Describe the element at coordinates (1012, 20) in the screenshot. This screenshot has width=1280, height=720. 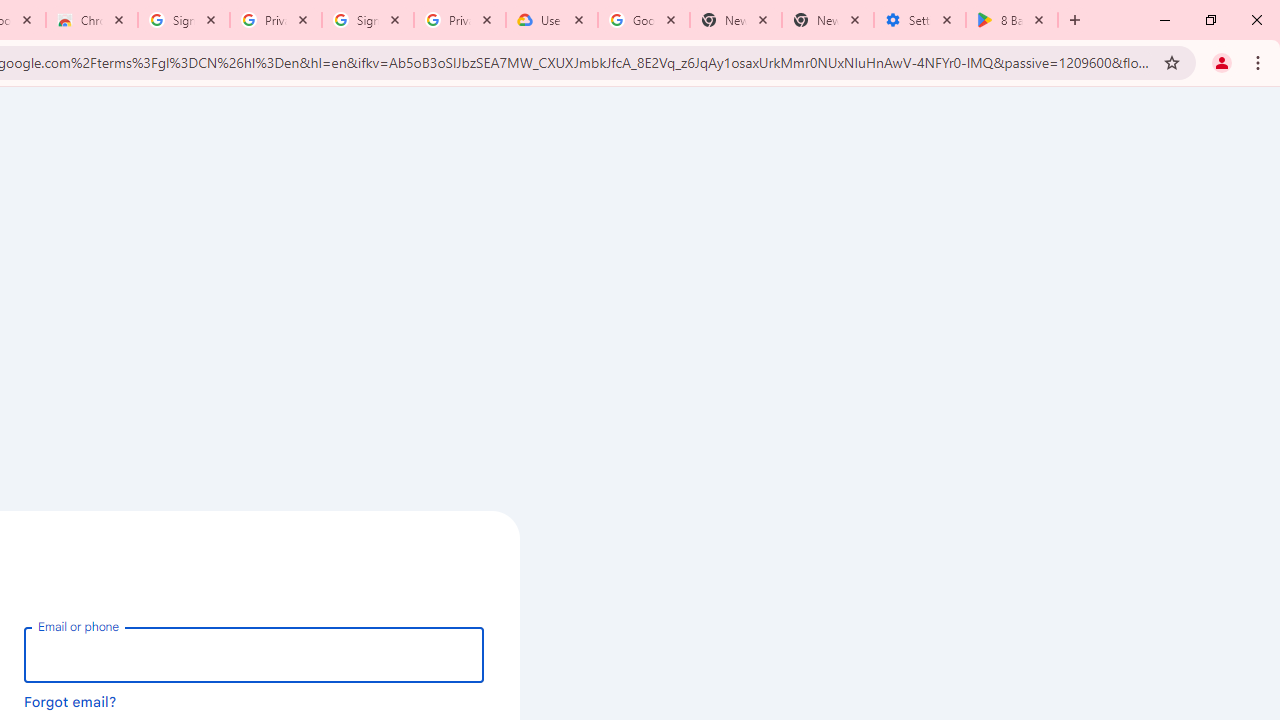
I see `'8 Ball Pool - Apps on Google Play'` at that location.